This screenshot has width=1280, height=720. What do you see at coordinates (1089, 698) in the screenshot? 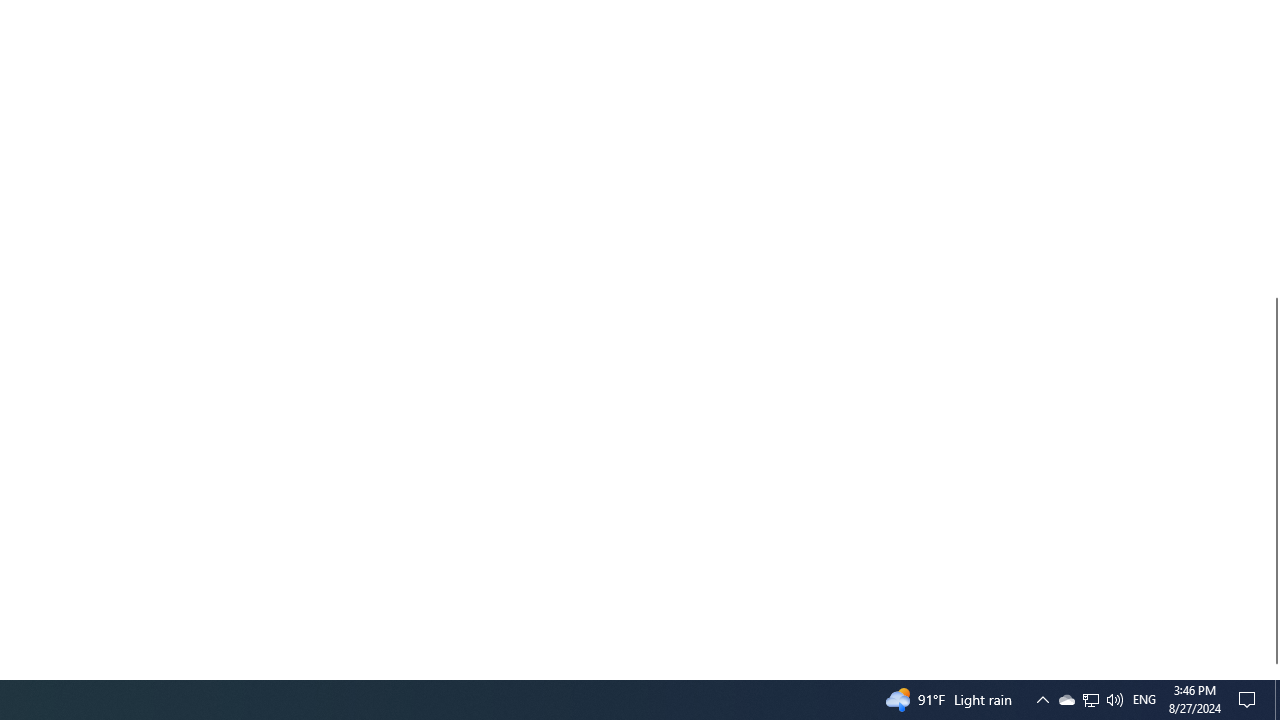
I see `'User Promoted Notification Area'` at bounding box center [1089, 698].